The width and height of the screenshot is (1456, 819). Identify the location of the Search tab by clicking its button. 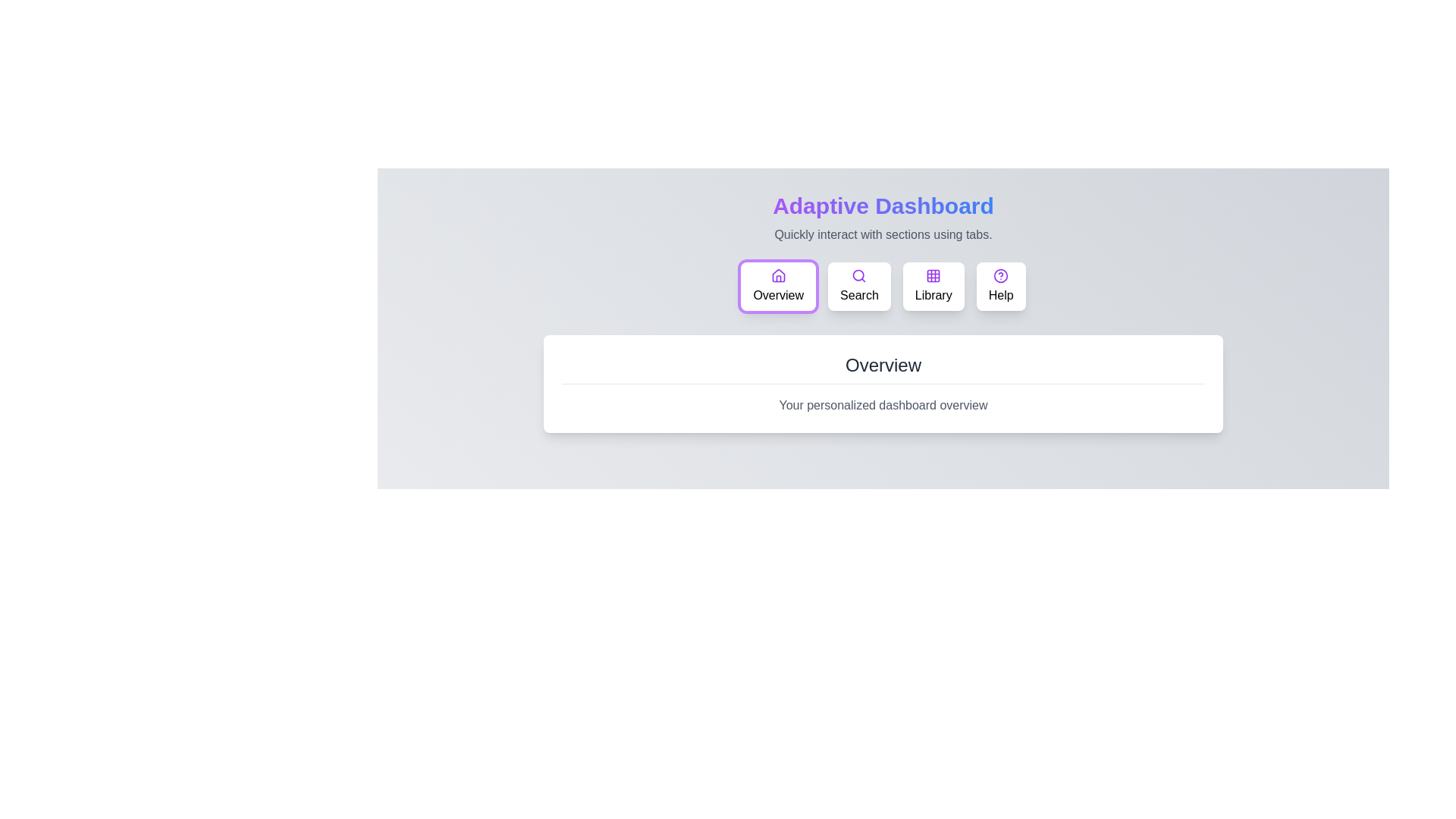
(859, 287).